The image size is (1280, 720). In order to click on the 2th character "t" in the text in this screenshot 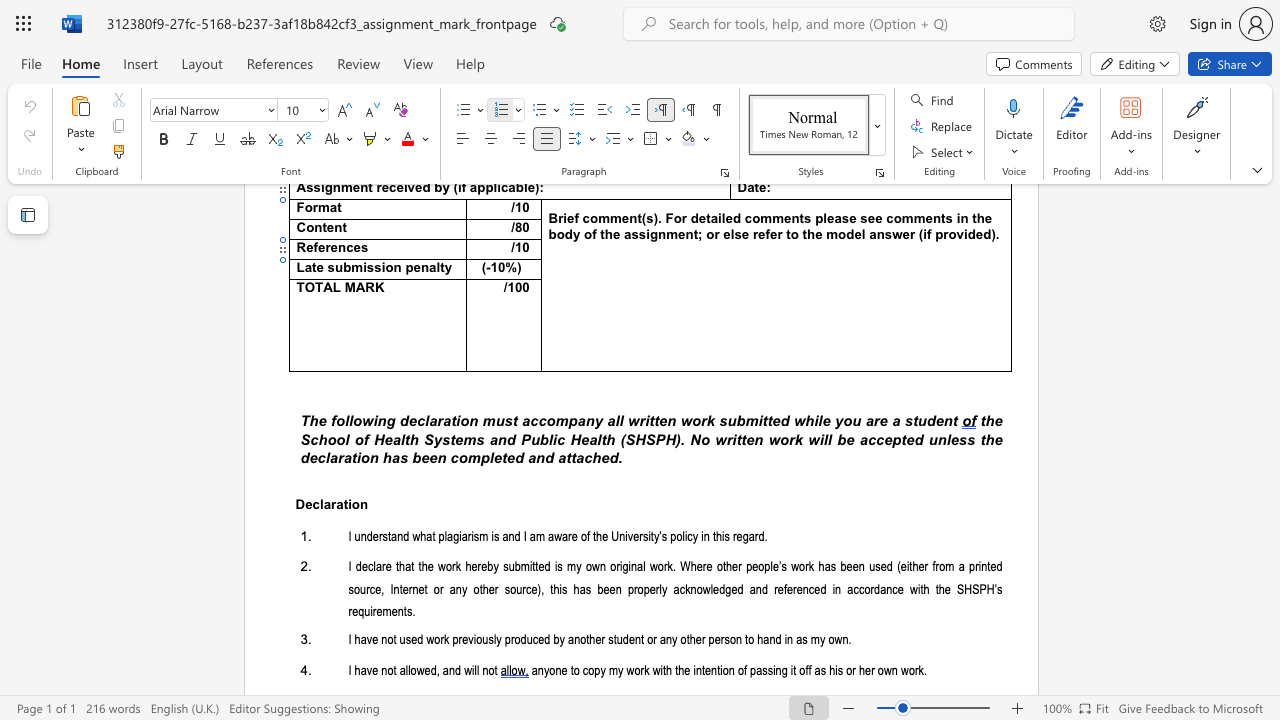, I will do `click(451, 438)`.